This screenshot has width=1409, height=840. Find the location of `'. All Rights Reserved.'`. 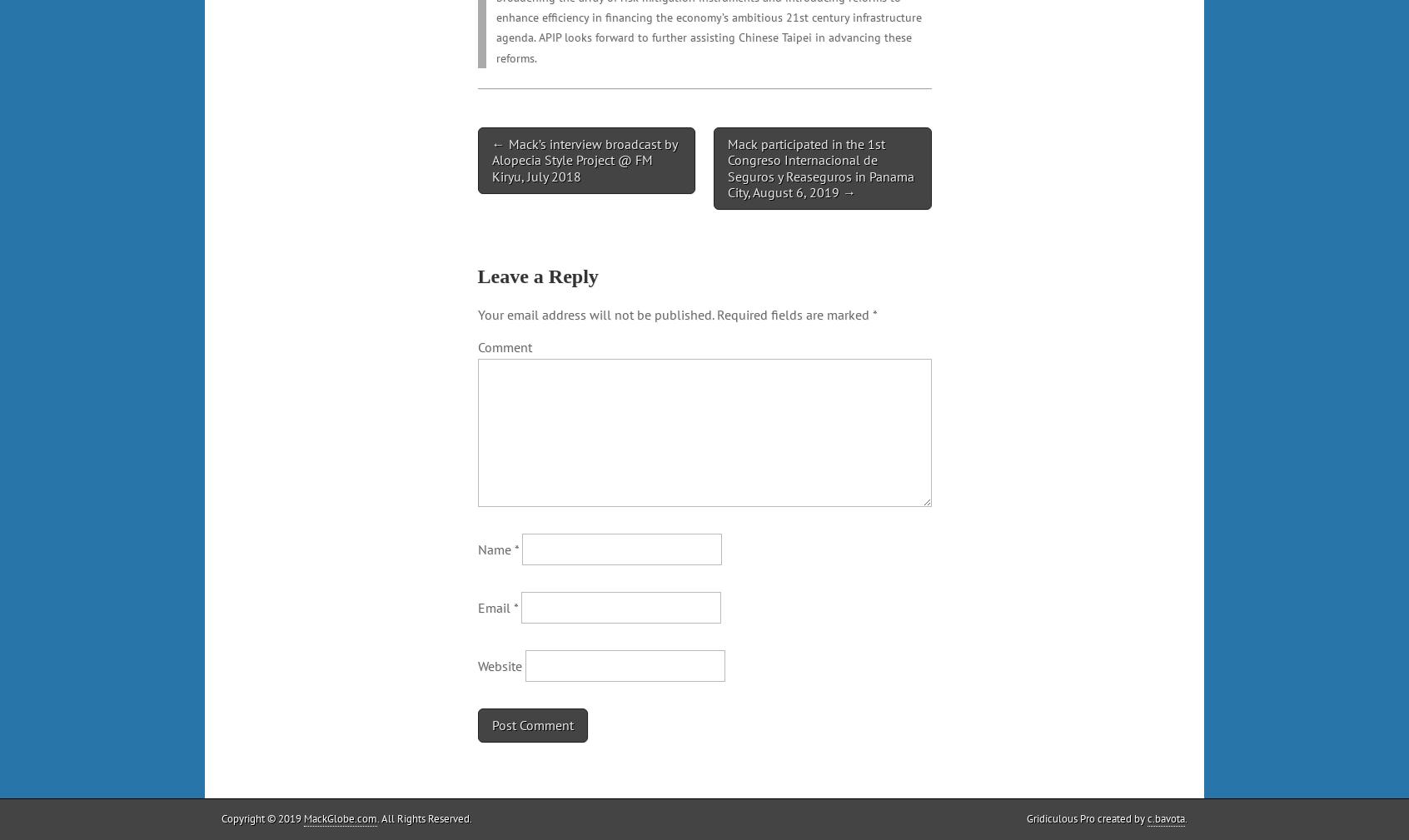

'. All Rights Reserved.' is located at coordinates (376, 818).